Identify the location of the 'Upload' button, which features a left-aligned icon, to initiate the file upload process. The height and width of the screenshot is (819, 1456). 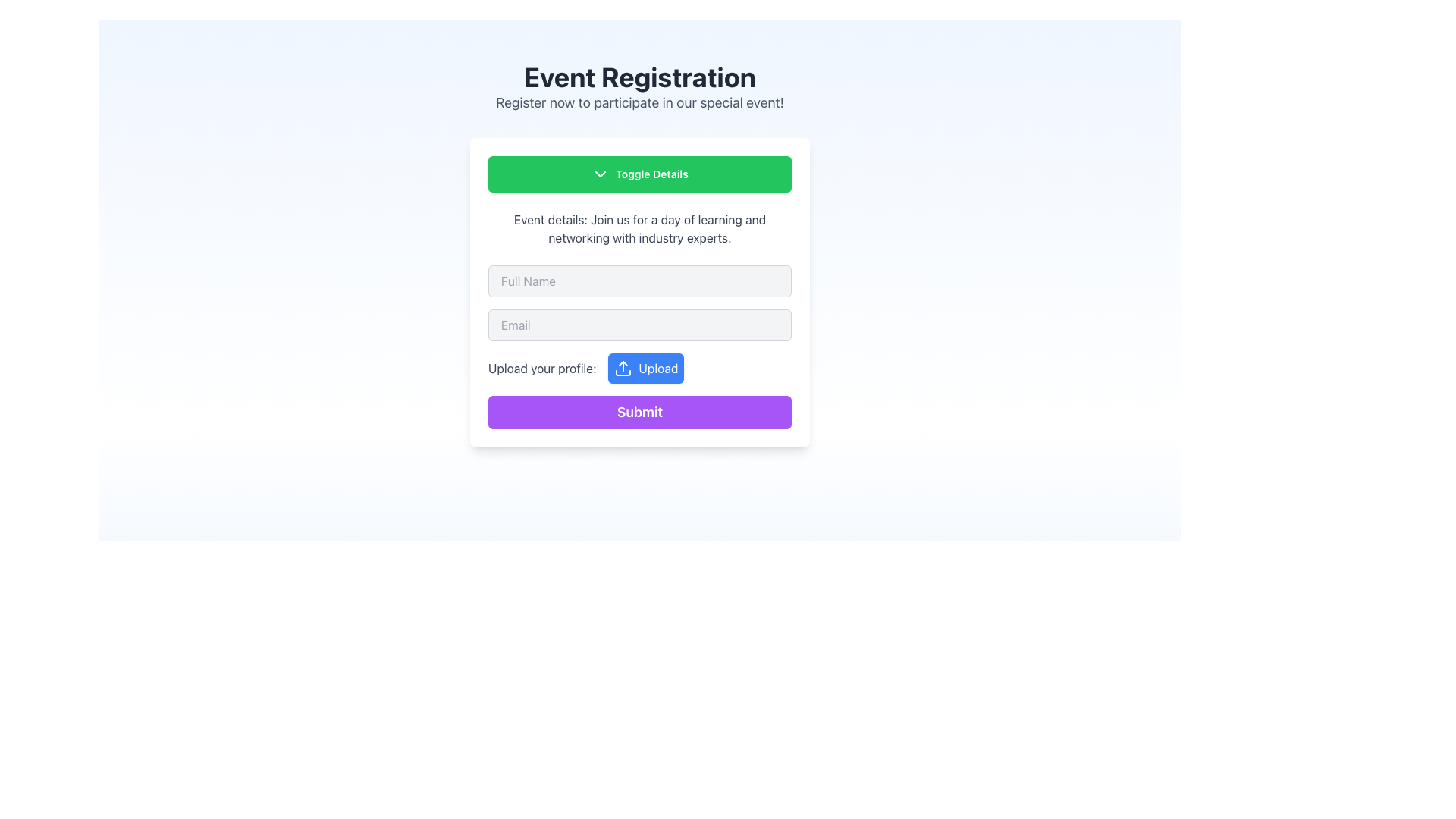
(623, 369).